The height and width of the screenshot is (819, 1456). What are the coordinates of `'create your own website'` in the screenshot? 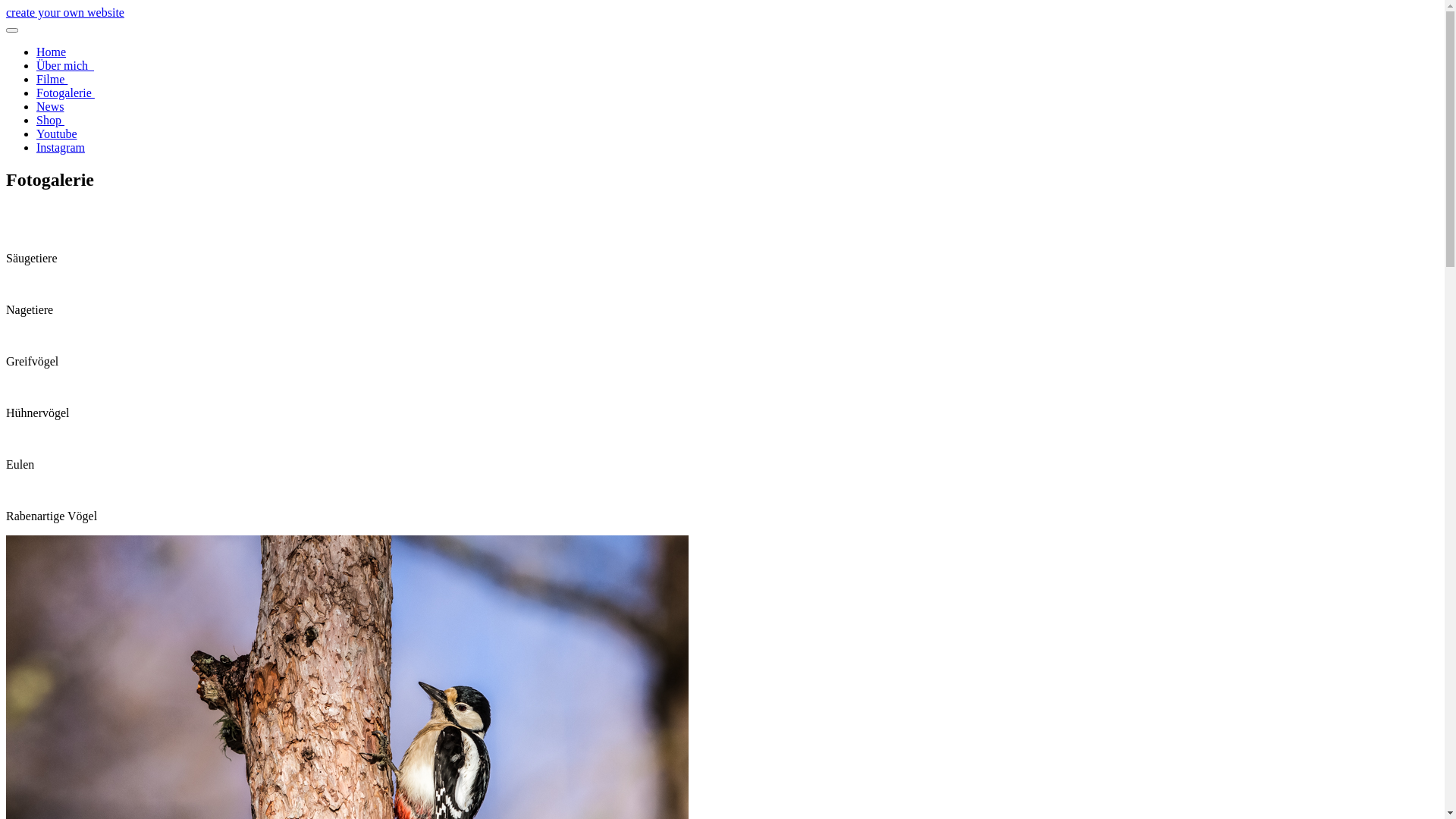 It's located at (64, 12).